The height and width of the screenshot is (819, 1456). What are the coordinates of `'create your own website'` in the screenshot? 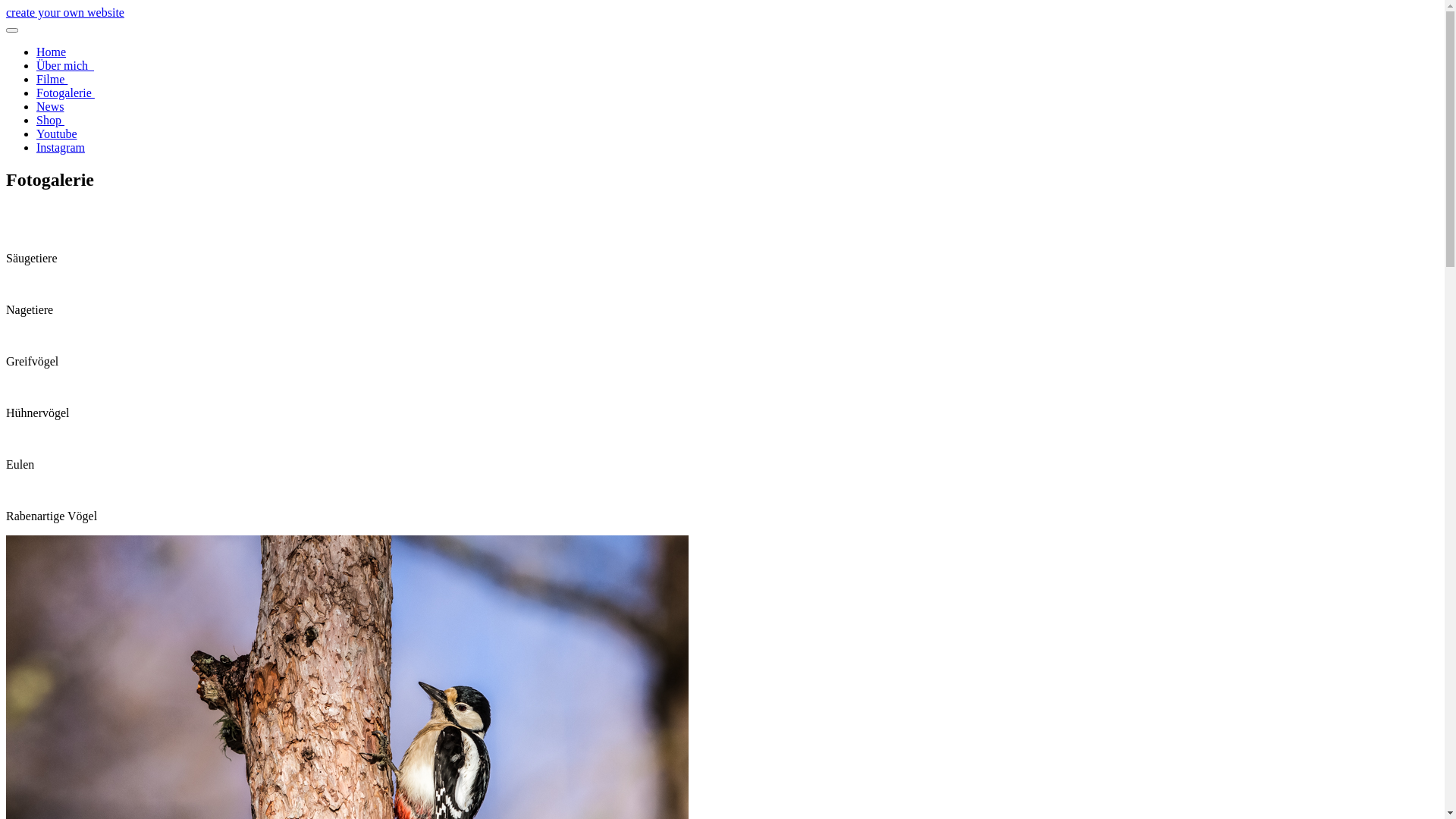 It's located at (64, 12).